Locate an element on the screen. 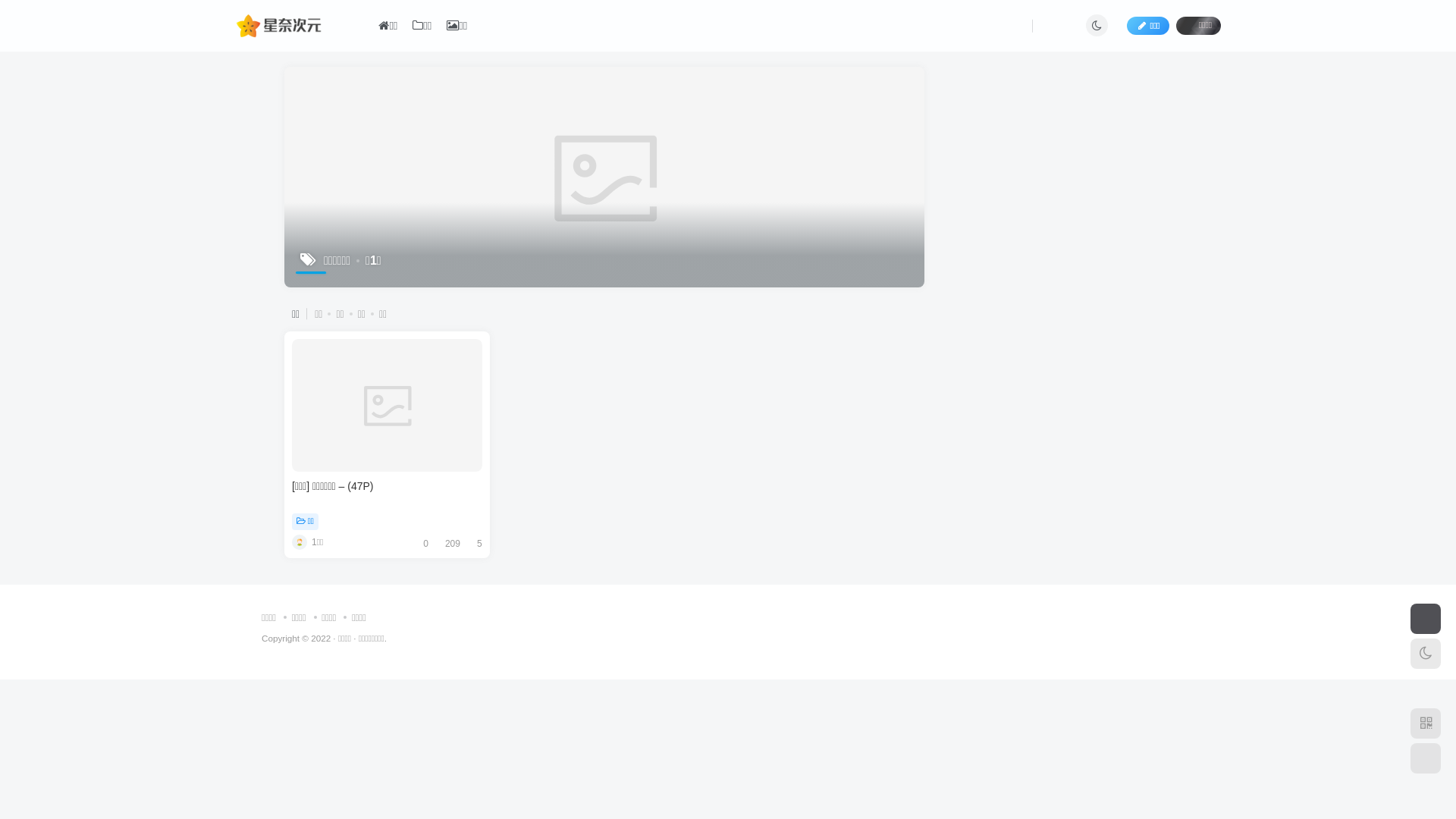  '0' is located at coordinates (412, 543).